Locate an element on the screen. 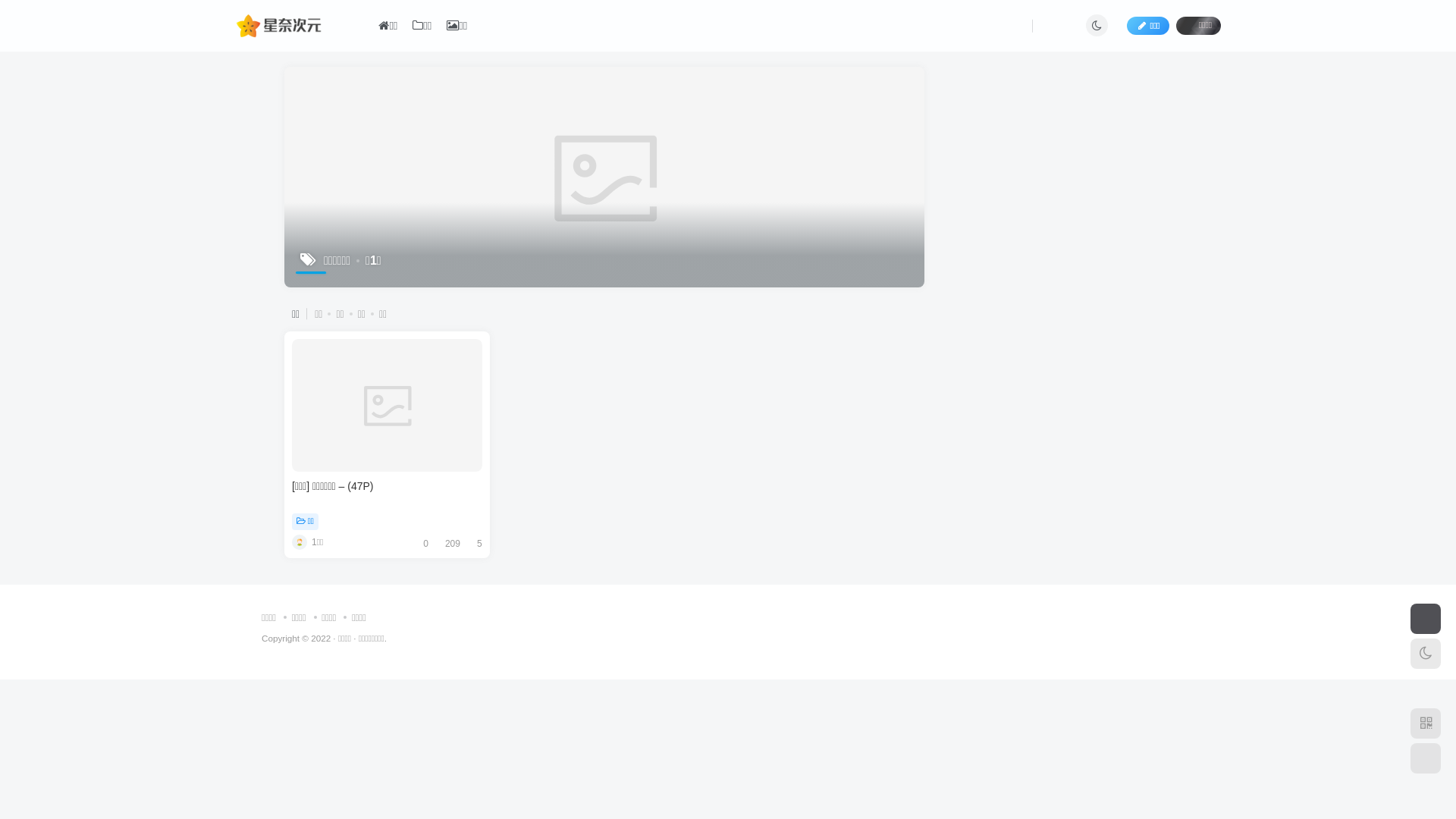  '0' is located at coordinates (412, 543).